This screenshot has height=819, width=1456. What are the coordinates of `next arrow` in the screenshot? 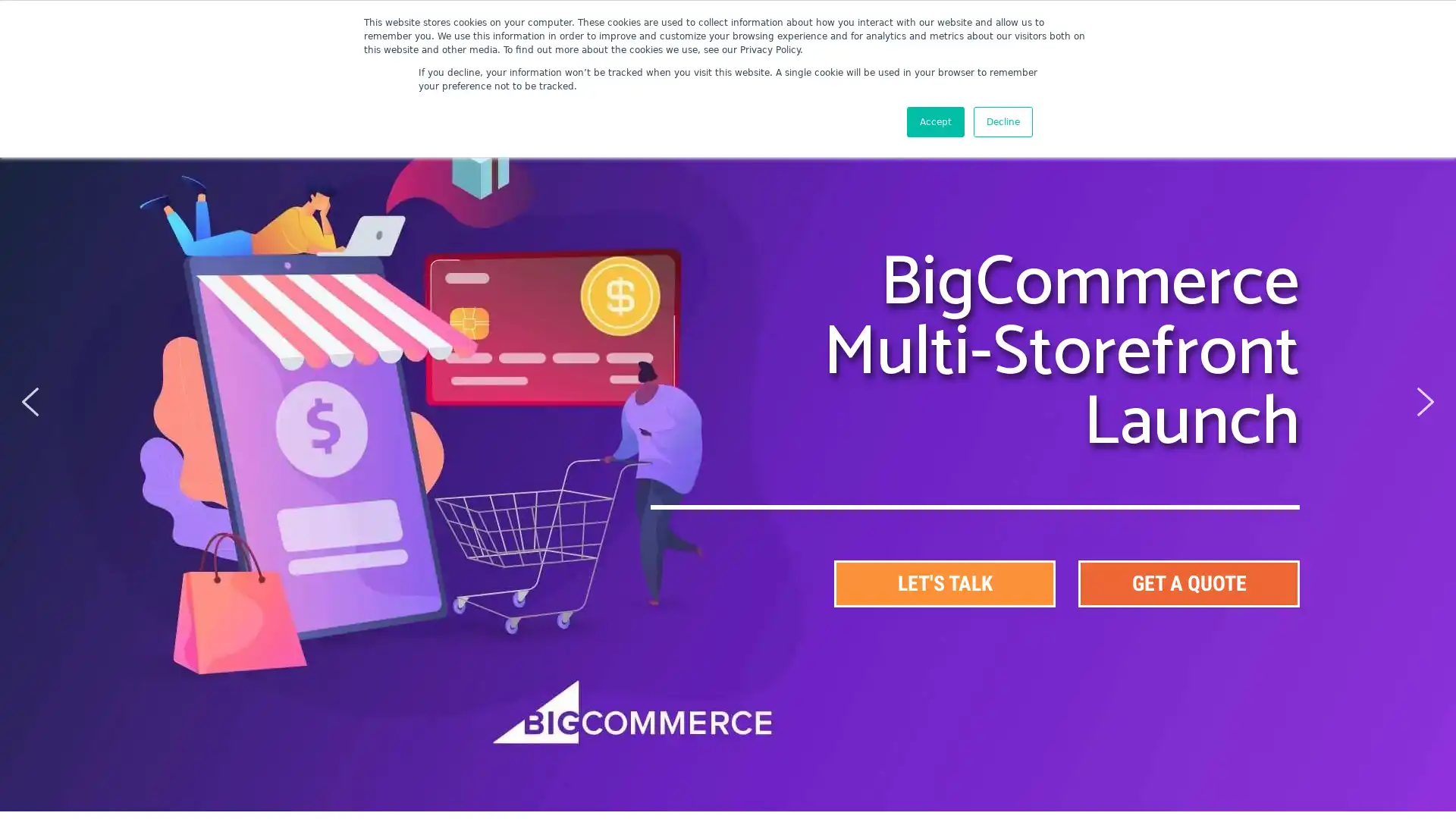 It's located at (1425, 400).